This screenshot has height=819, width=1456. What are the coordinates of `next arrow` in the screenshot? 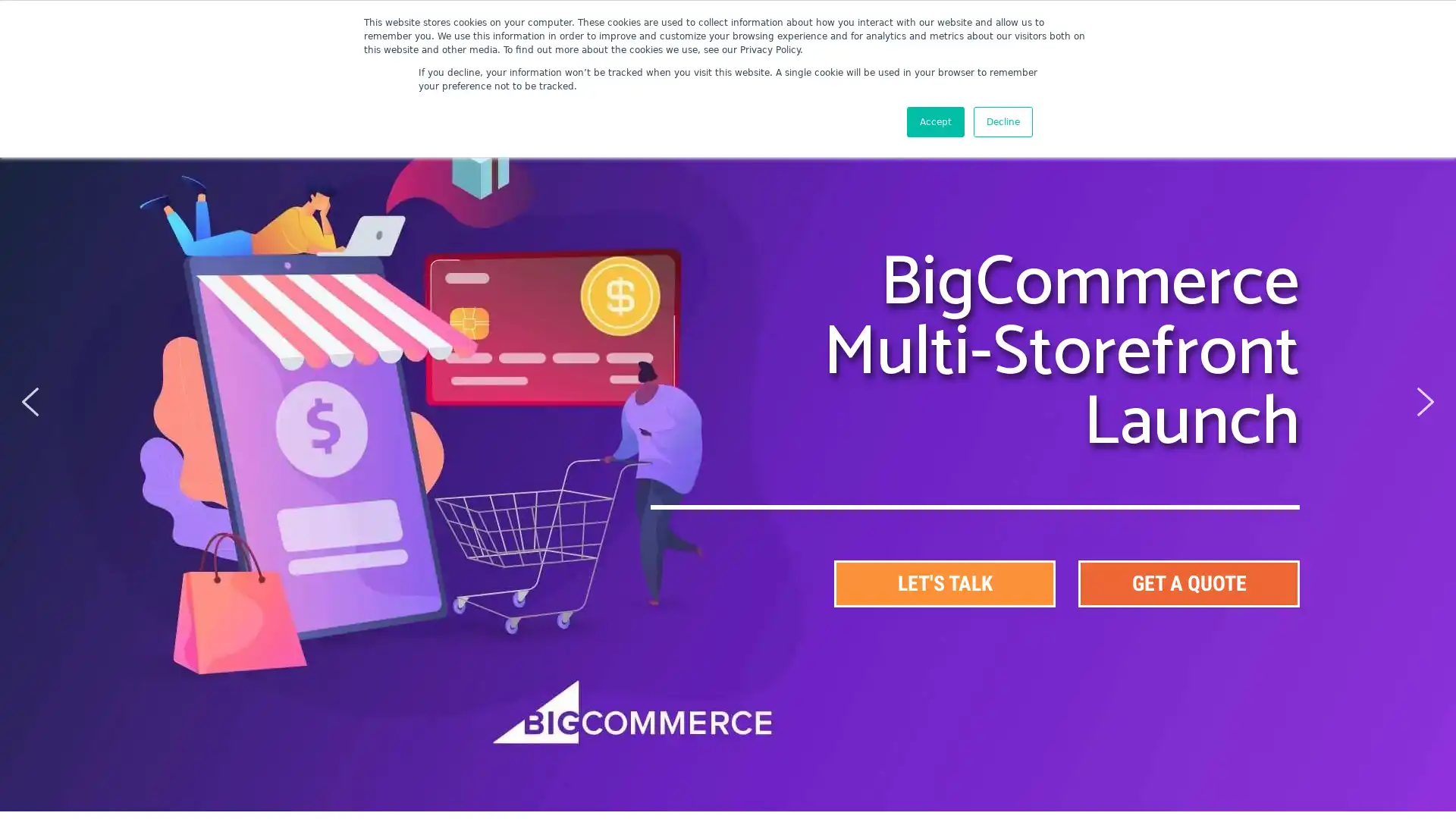 It's located at (1425, 400).